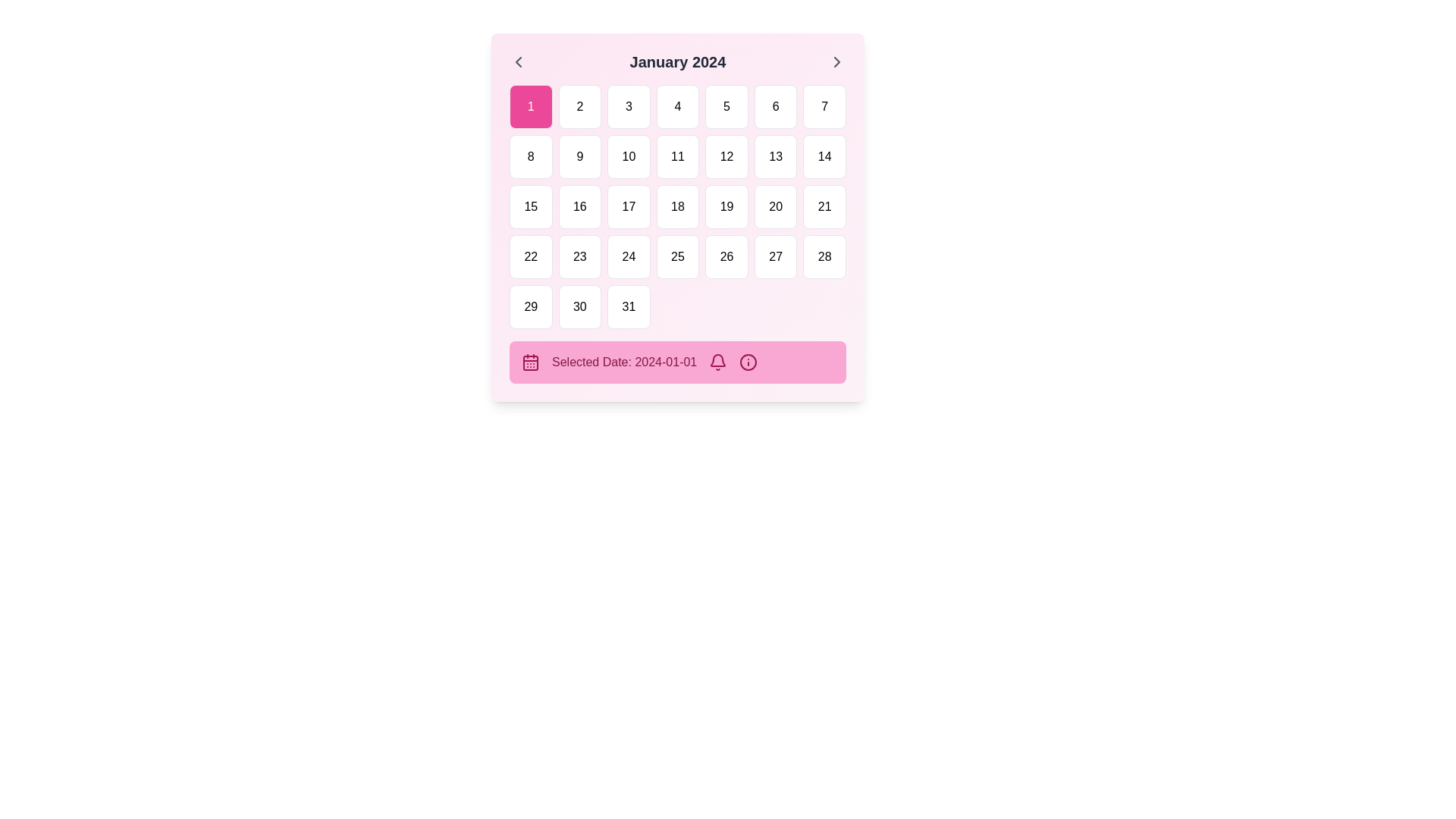 The height and width of the screenshot is (819, 1456). What do you see at coordinates (531, 362) in the screenshot?
I see `the small square-shaped decorative rectangle within the calendar icon, which is styled with a pink background and located in the bottom portion of the calendar interface` at bounding box center [531, 362].